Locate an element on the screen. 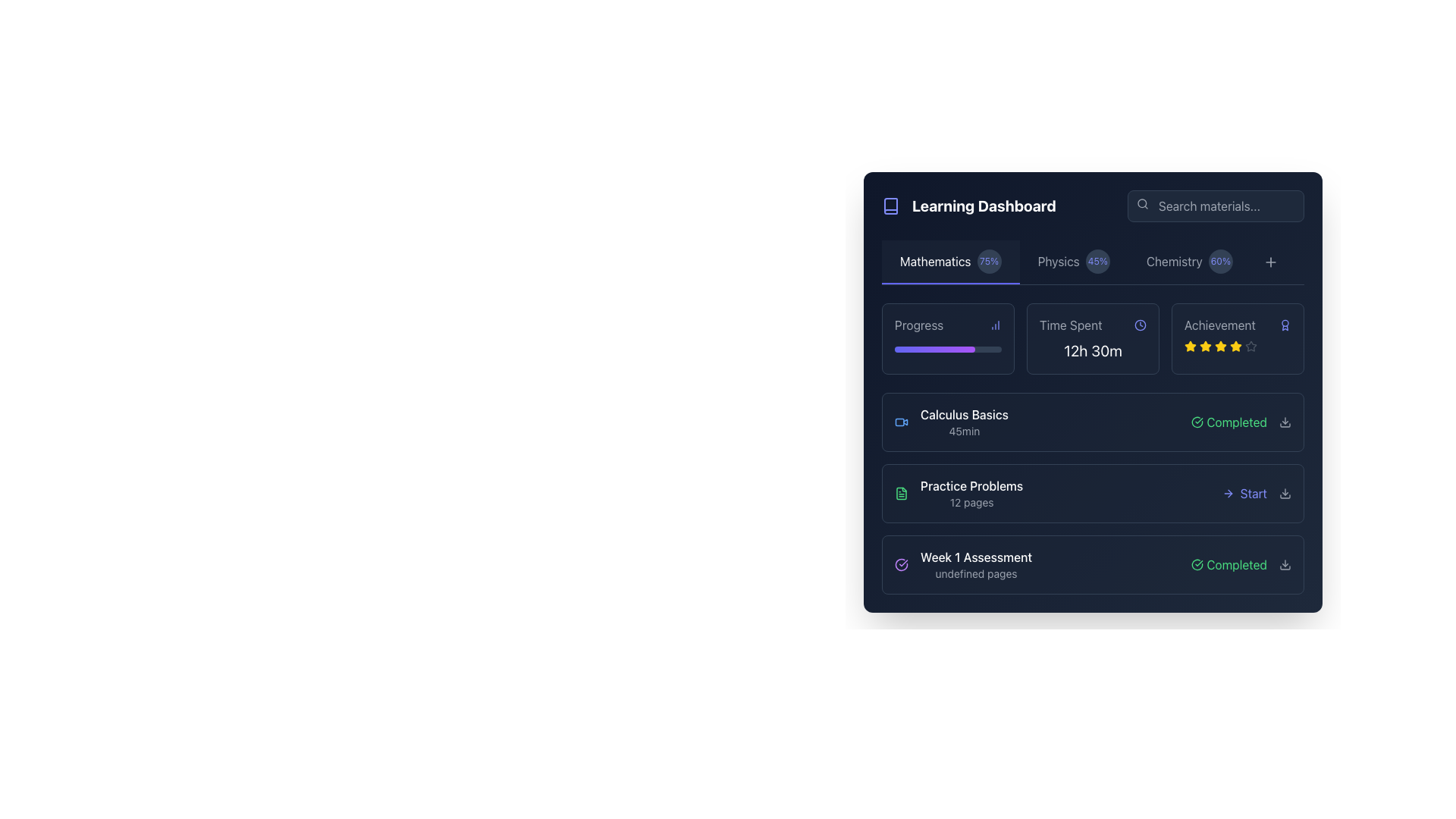  the download icon button located to the right of the text 'Completed' in the 'Week 1 Assessment' section to initiate the download is located at coordinates (1284, 564).